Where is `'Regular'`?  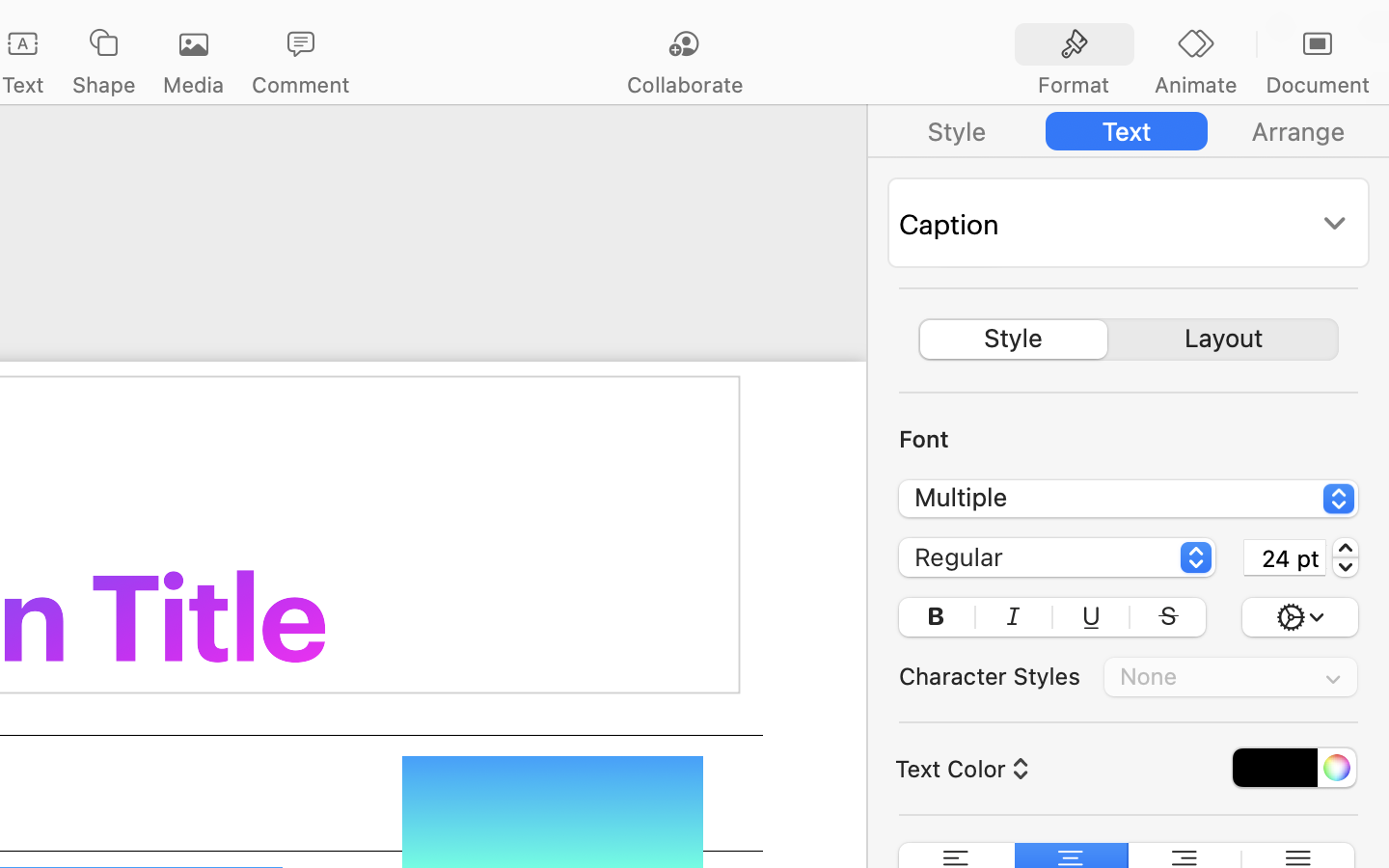
'Regular' is located at coordinates (1056, 560).